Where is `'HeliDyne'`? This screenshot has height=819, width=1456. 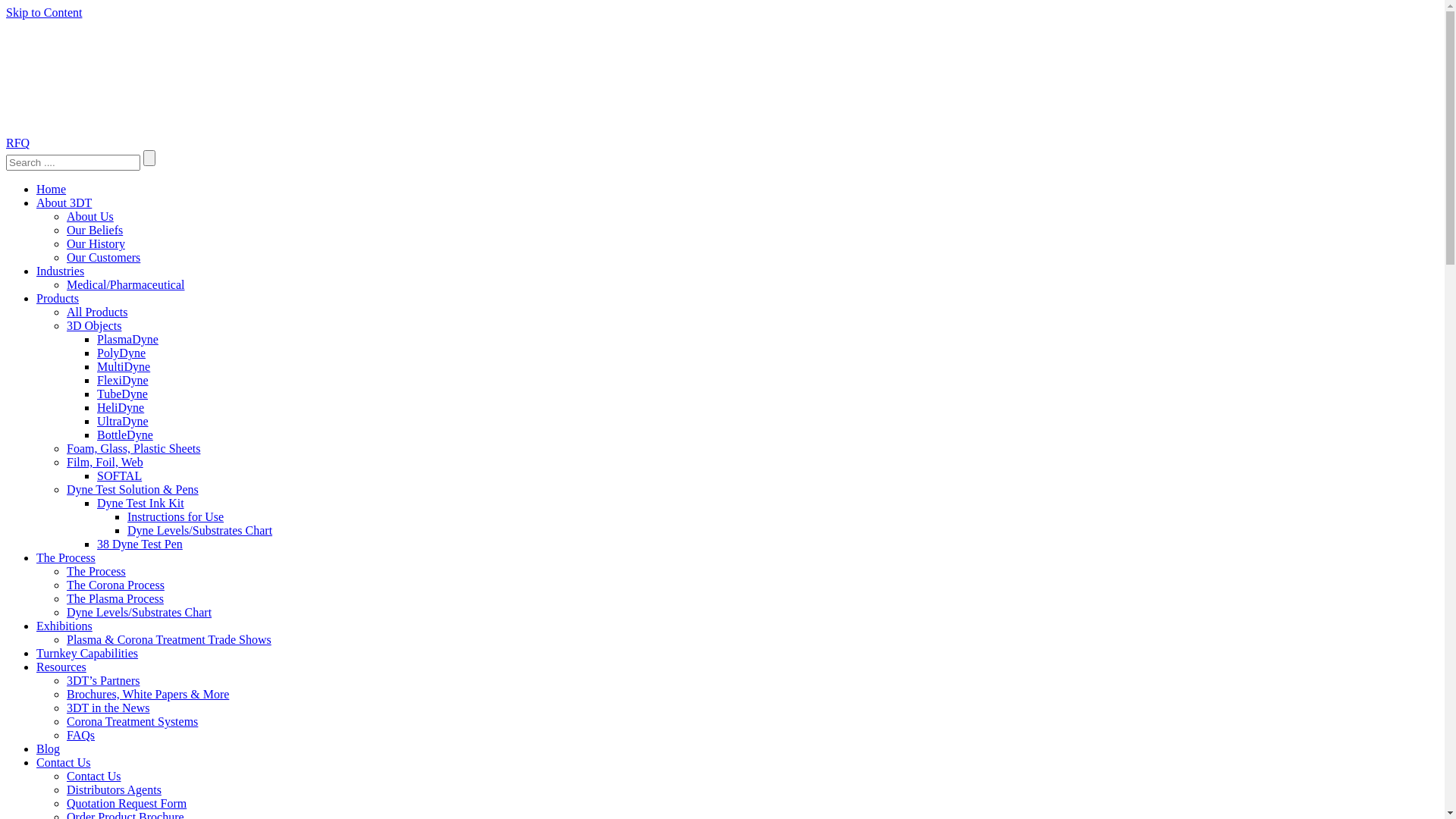
'HeliDyne' is located at coordinates (119, 406).